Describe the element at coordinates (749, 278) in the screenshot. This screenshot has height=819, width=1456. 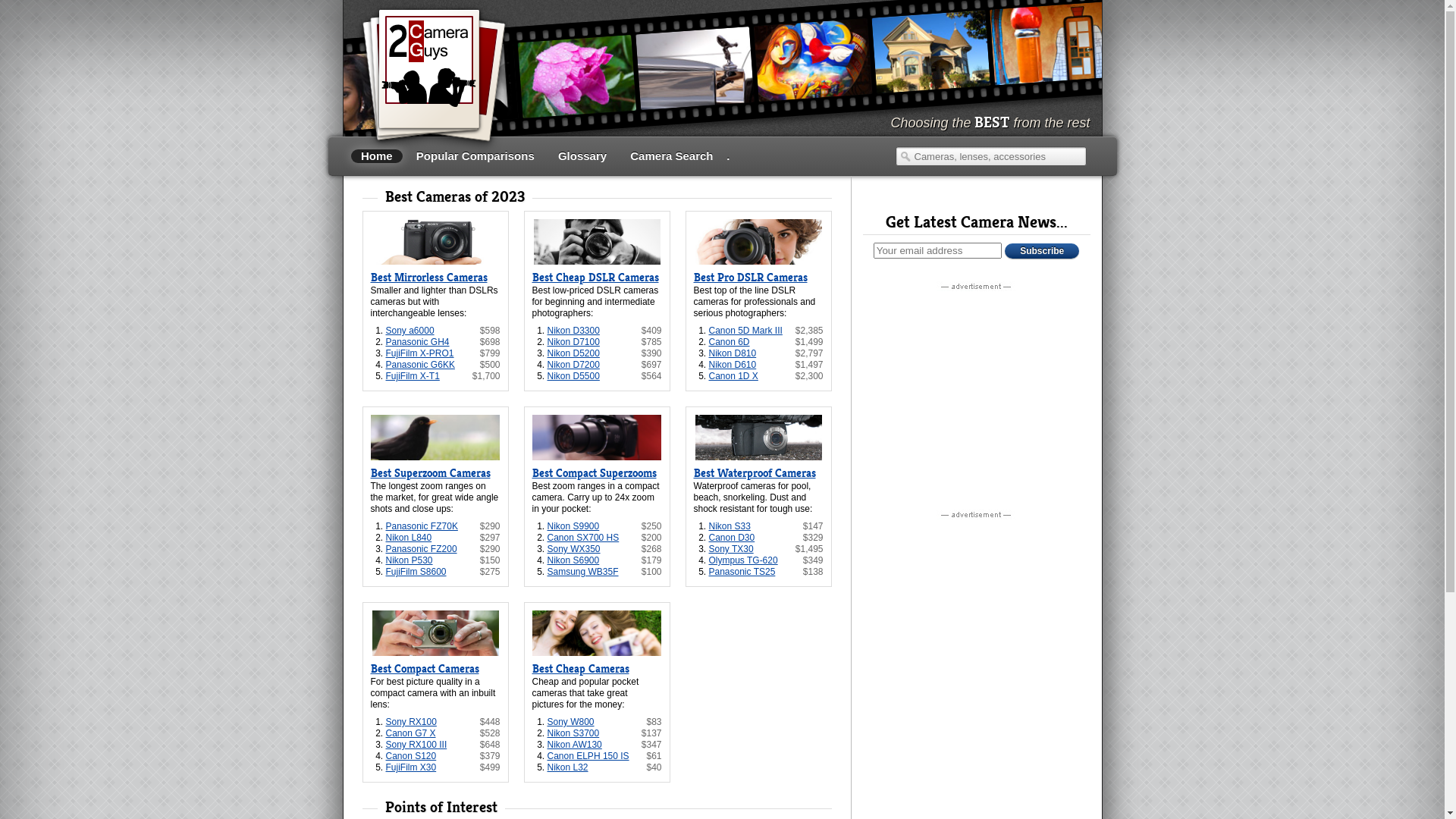
I see `'Best Pro DSLR Cameras'` at that location.